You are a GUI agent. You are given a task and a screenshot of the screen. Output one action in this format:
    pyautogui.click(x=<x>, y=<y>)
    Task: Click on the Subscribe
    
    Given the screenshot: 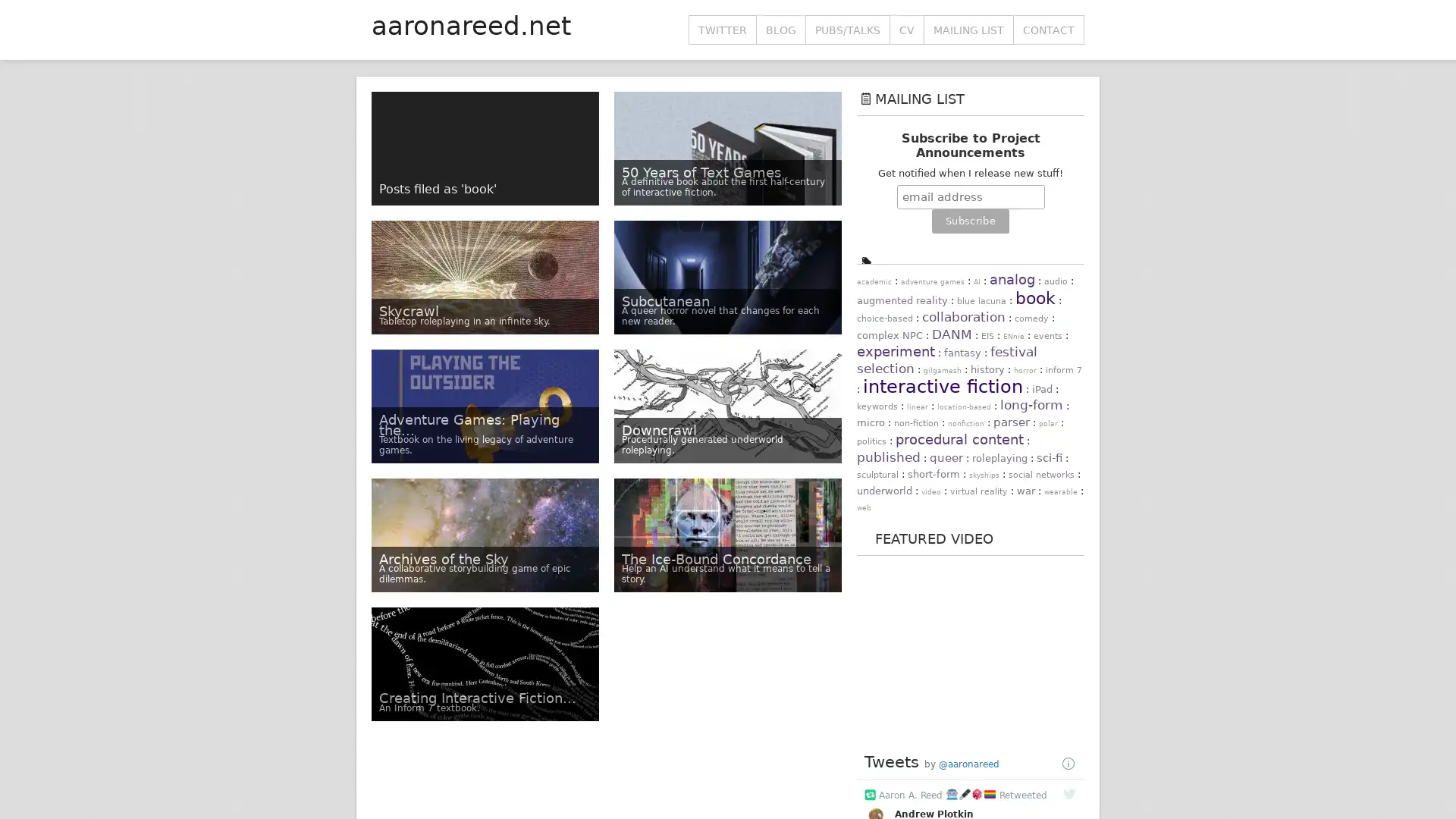 What is the action you would take?
    pyautogui.click(x=969, y=221)
    